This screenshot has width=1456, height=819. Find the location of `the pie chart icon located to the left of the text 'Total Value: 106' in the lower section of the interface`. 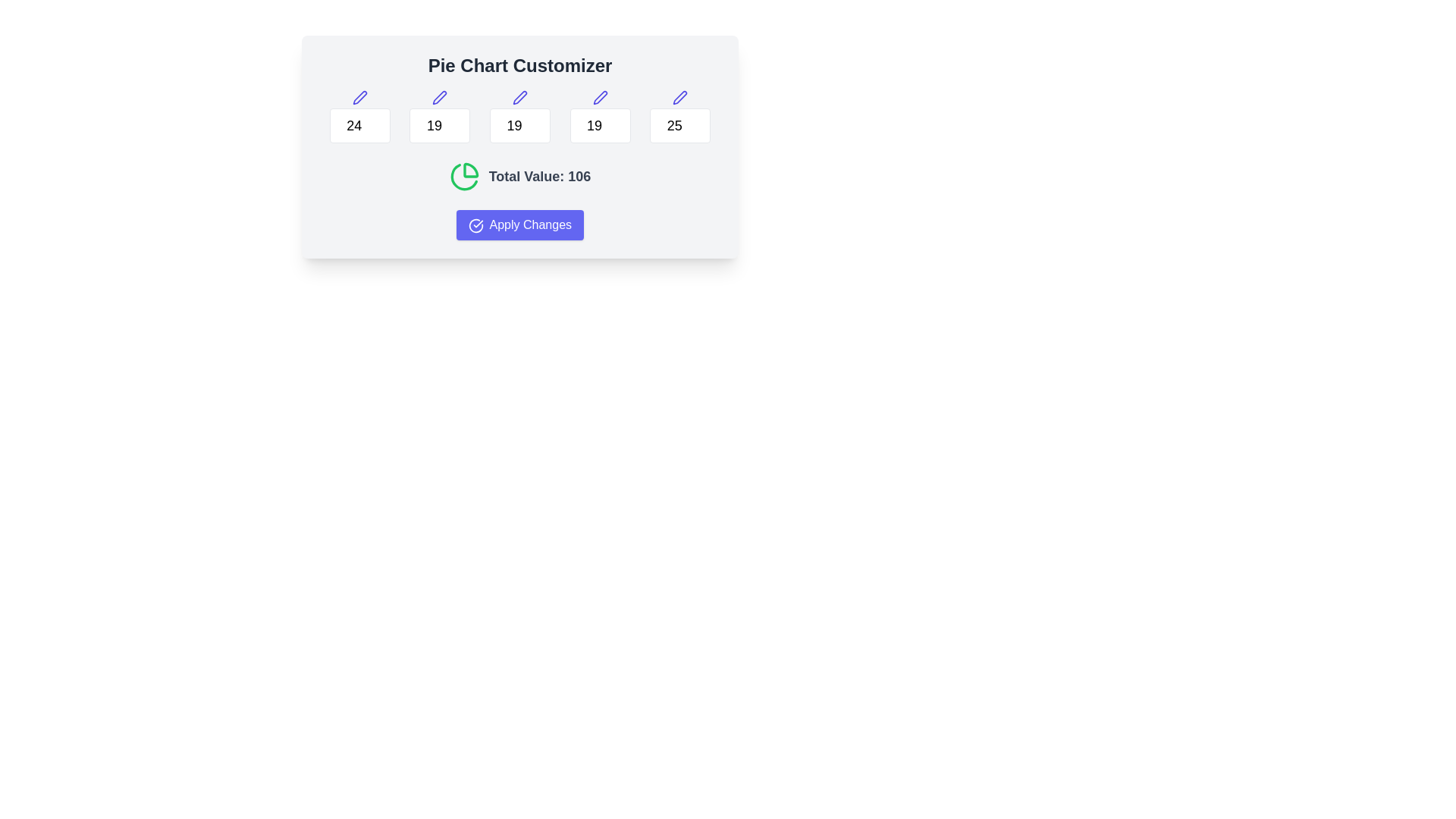

the pie chart icon located to the left of the text 'Total Value: 106' in the lower section of the interface is located at coordinates (463, 175).